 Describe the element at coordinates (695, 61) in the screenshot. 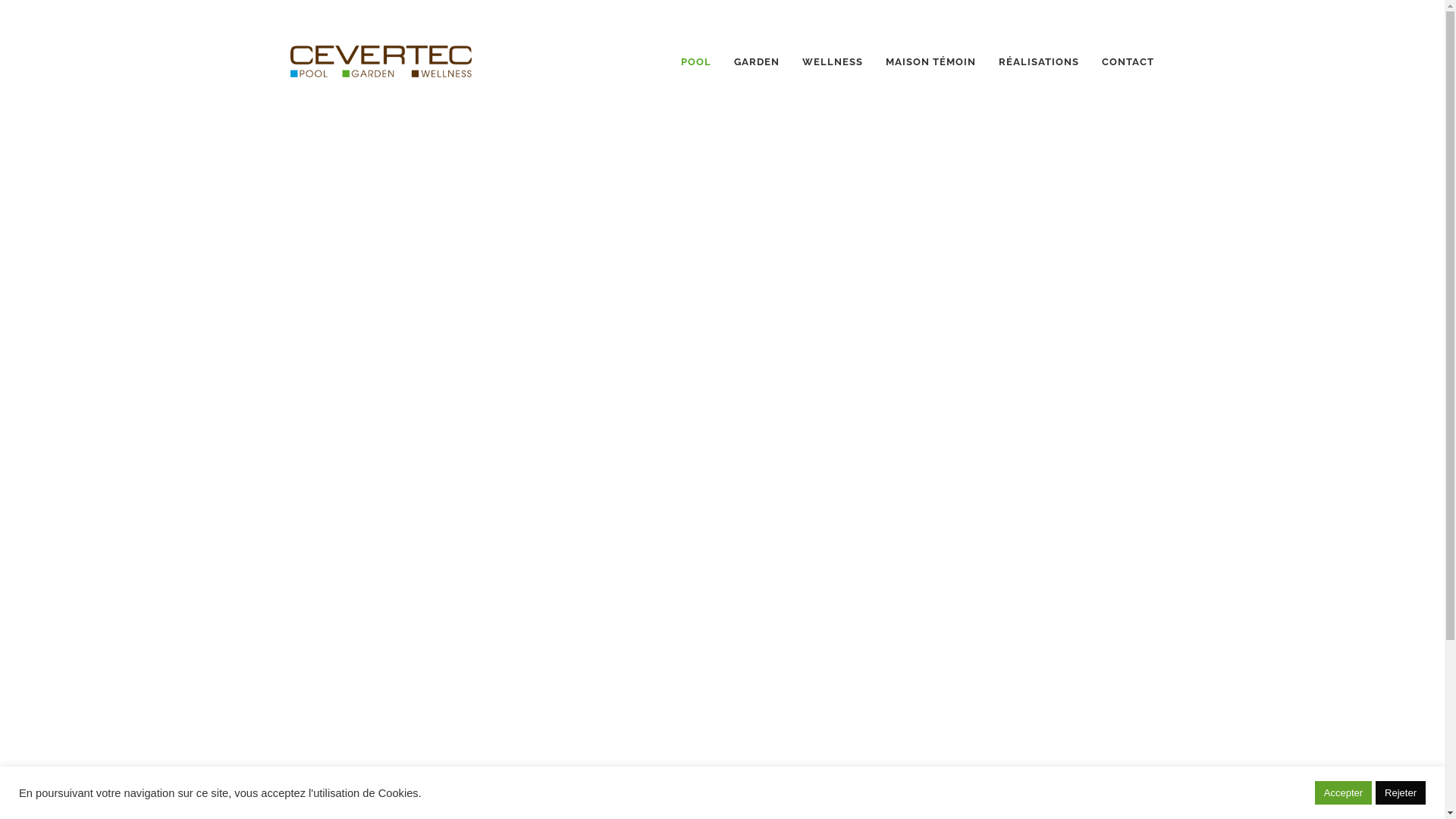

I see `'POOL'` at that location.